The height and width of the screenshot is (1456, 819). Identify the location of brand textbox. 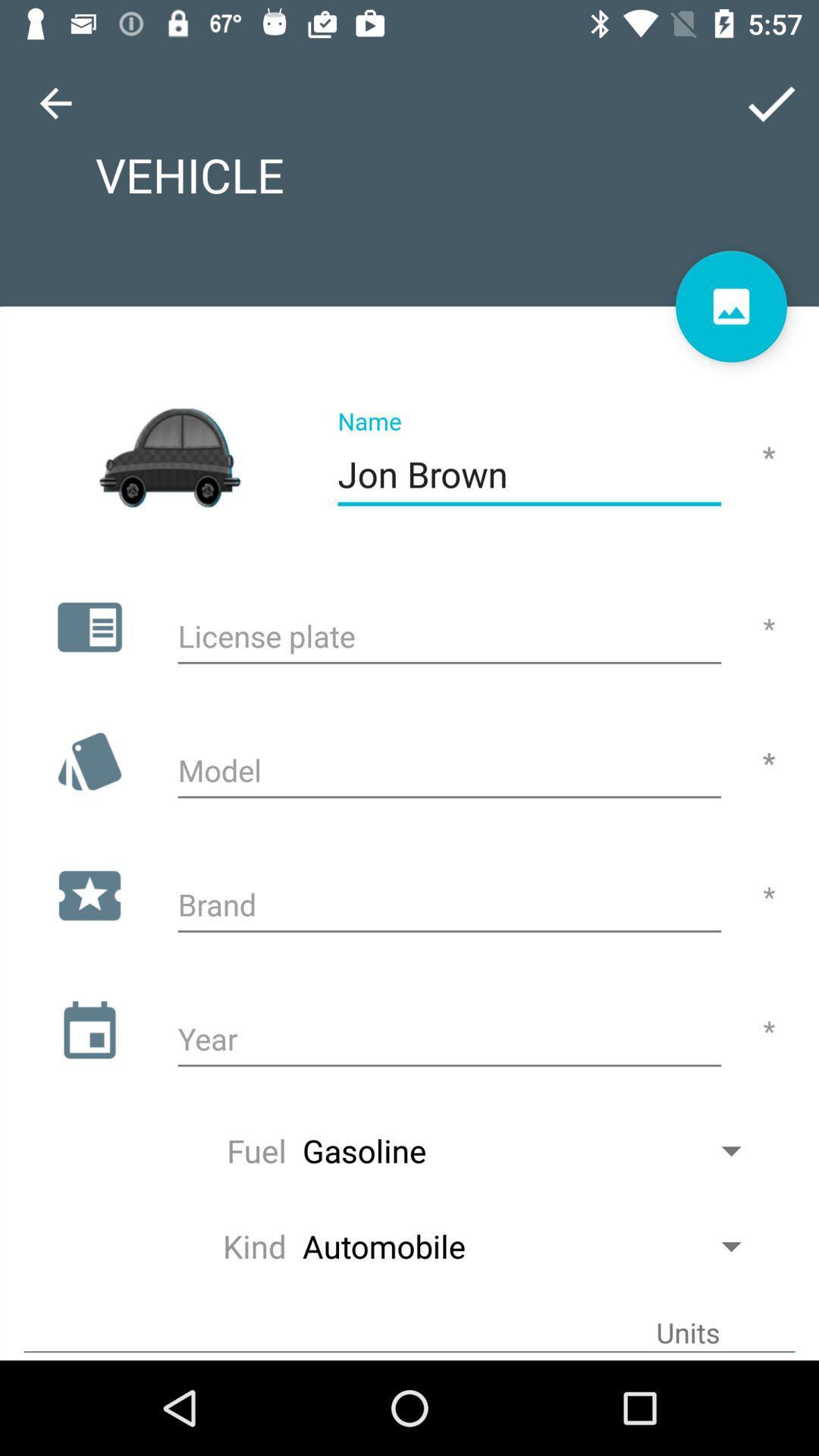
(448, 907).